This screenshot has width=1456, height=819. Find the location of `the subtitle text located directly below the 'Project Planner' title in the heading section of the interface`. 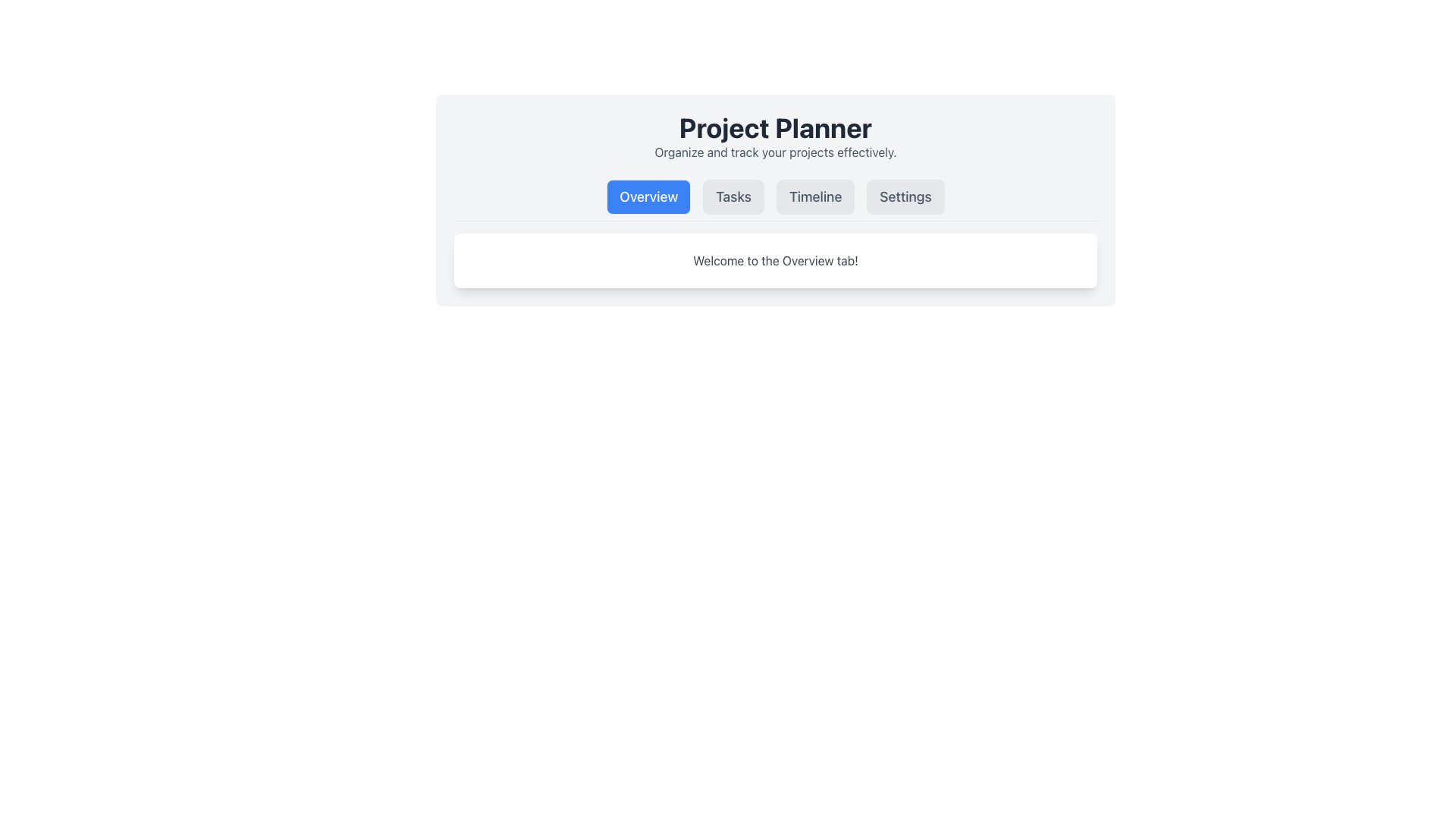

the subtitle text located directly below the 'Project Planner' title in the heading section of the interface is located at coordinates (775, 152).